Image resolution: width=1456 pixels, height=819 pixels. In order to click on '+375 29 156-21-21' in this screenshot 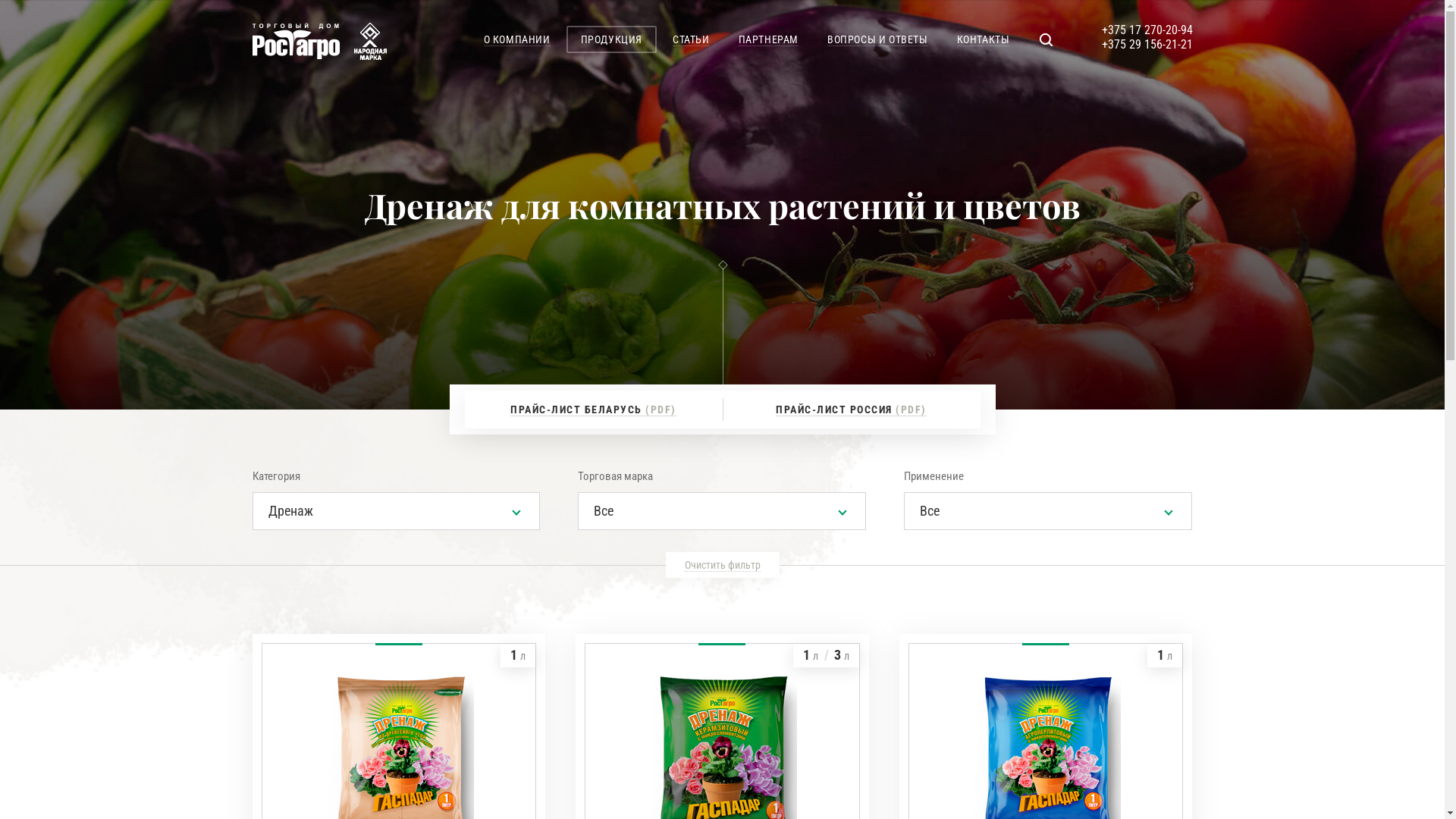, I will do `click(1100, 43)`.